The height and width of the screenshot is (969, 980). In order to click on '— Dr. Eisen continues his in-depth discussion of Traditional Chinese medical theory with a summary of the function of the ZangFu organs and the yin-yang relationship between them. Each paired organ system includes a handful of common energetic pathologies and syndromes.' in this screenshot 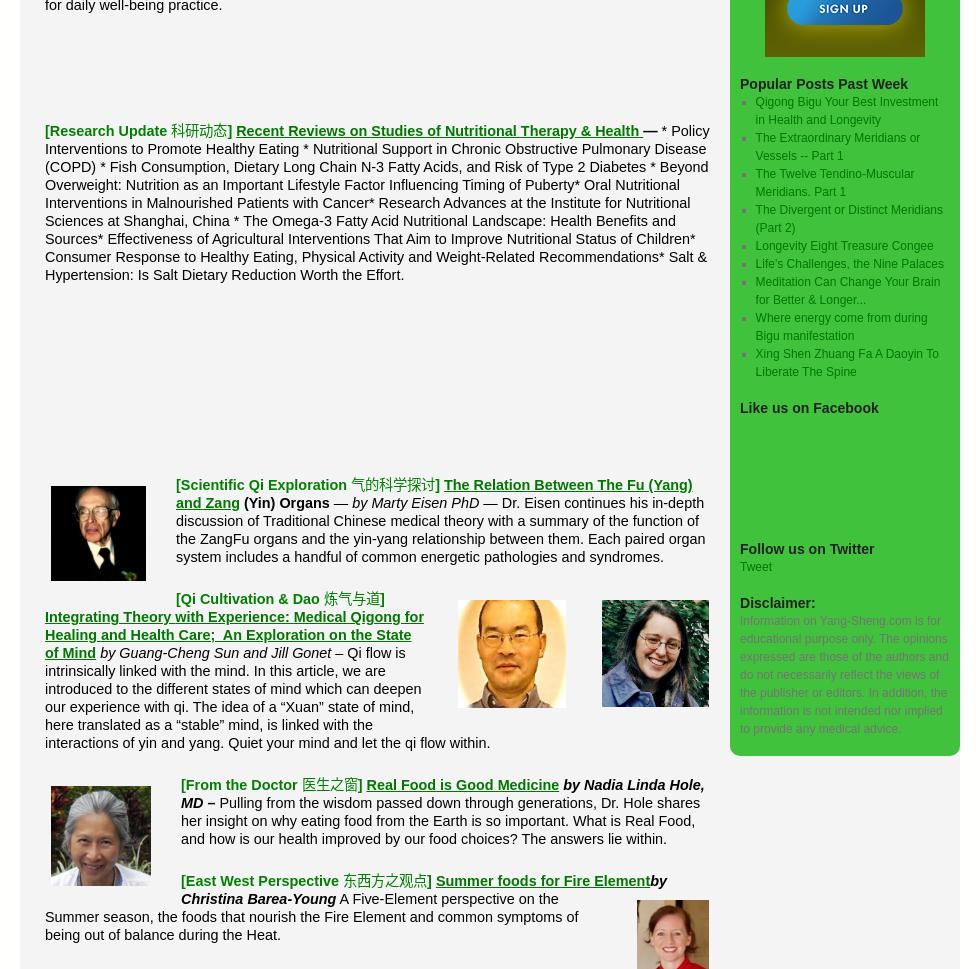, I will do `click(440, 530)`.